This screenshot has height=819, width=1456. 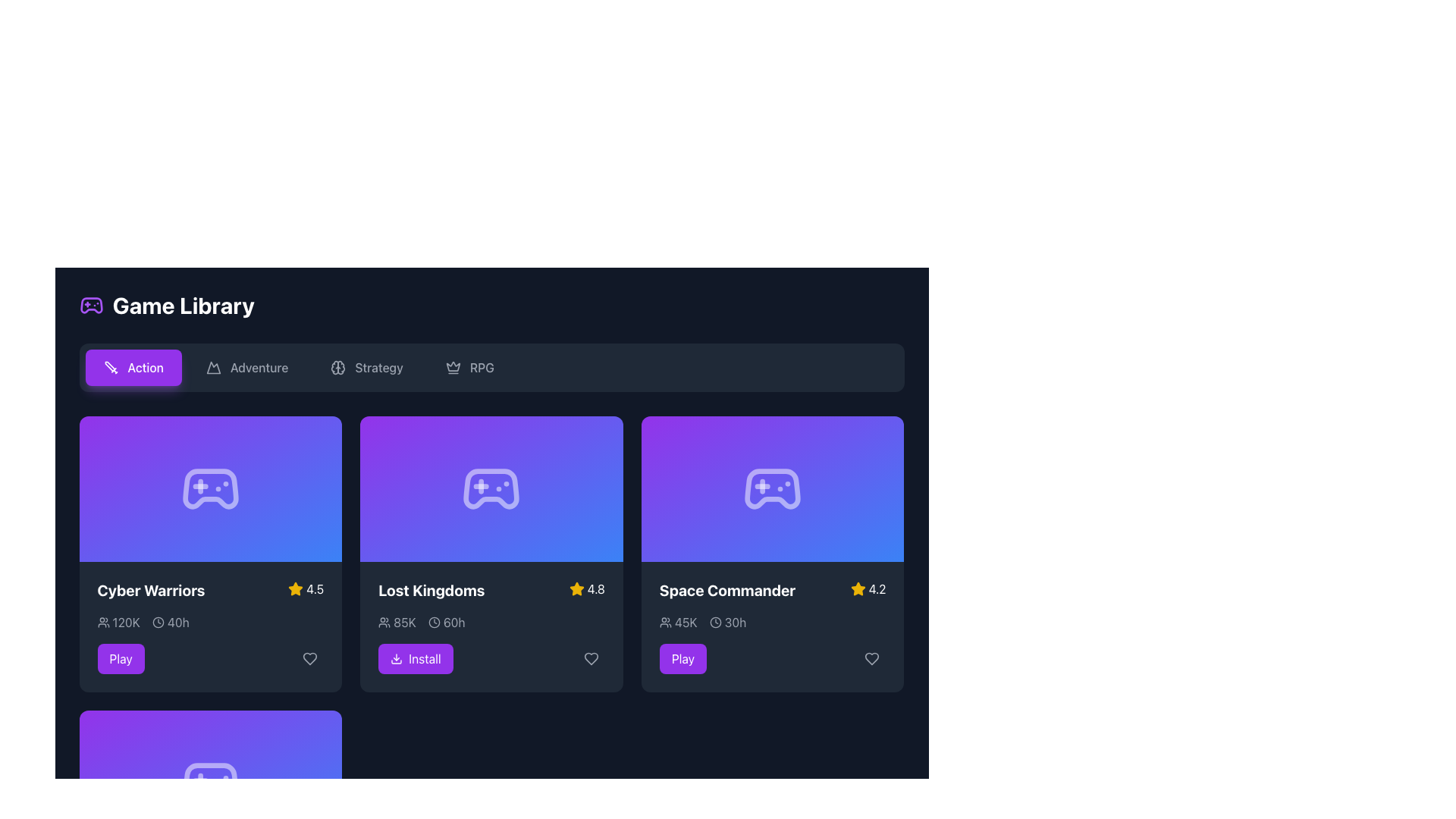 I want to click on the heart-shaped icon button located in the bottom-right corner of the game card for 'Cyber Warriors' to mark it as a favorite, so click(x=309, y=657).